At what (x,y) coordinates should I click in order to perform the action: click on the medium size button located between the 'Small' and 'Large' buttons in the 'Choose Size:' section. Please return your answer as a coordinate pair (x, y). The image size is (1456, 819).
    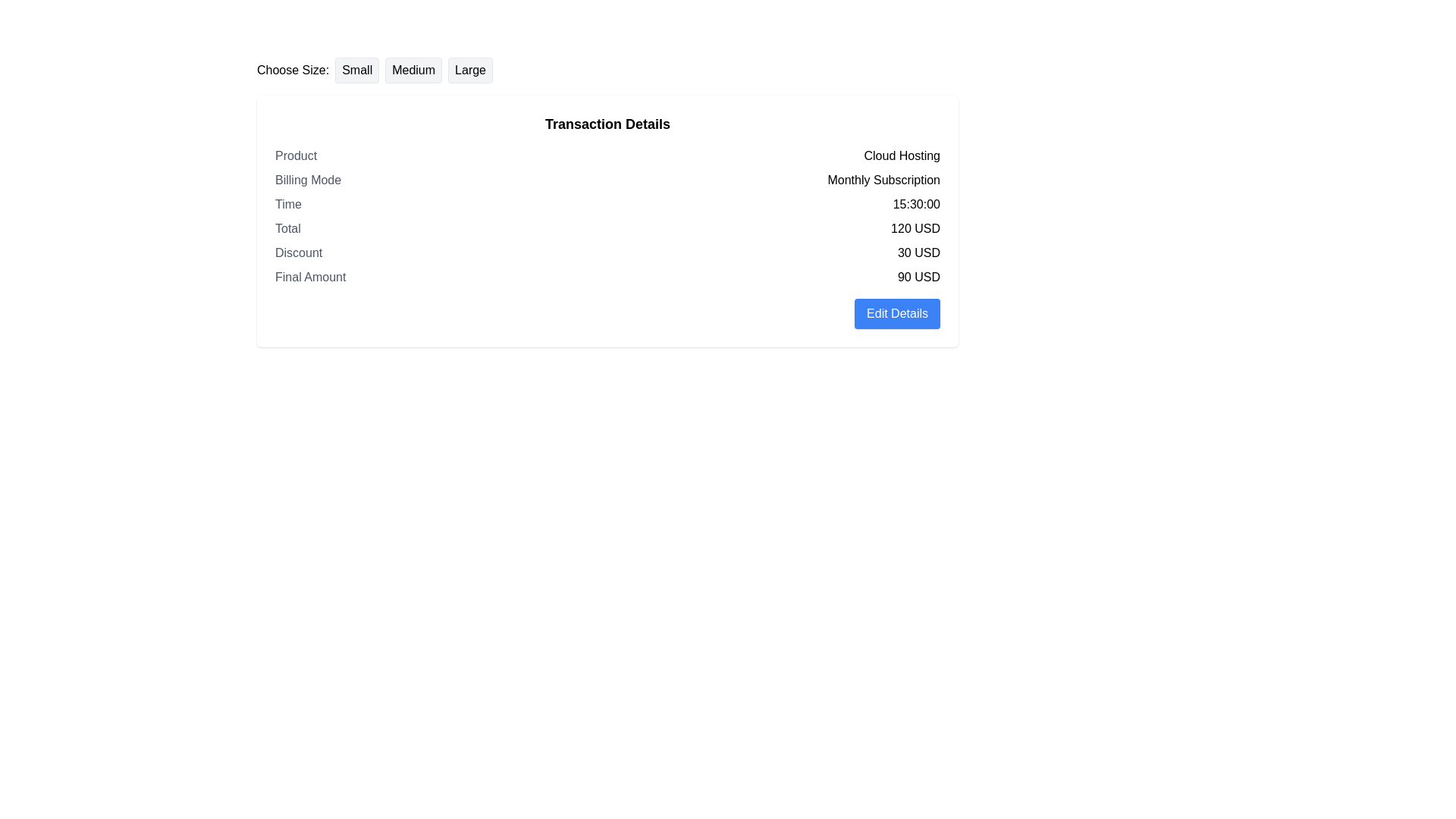
    Looking at the image, I should click on (413, 70).